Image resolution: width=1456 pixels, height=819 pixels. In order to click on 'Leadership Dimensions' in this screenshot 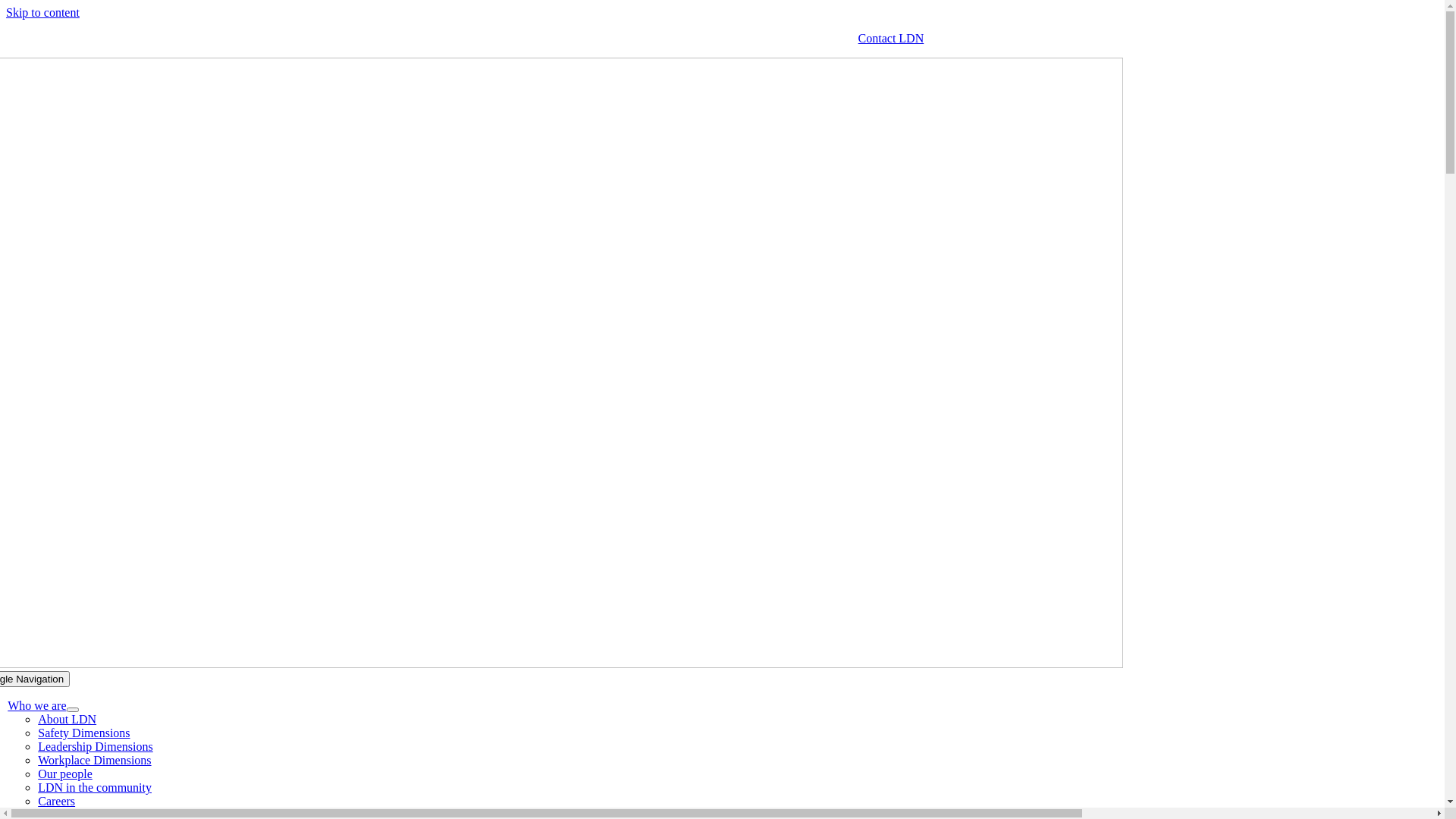, I will do `click(94, 745)`.